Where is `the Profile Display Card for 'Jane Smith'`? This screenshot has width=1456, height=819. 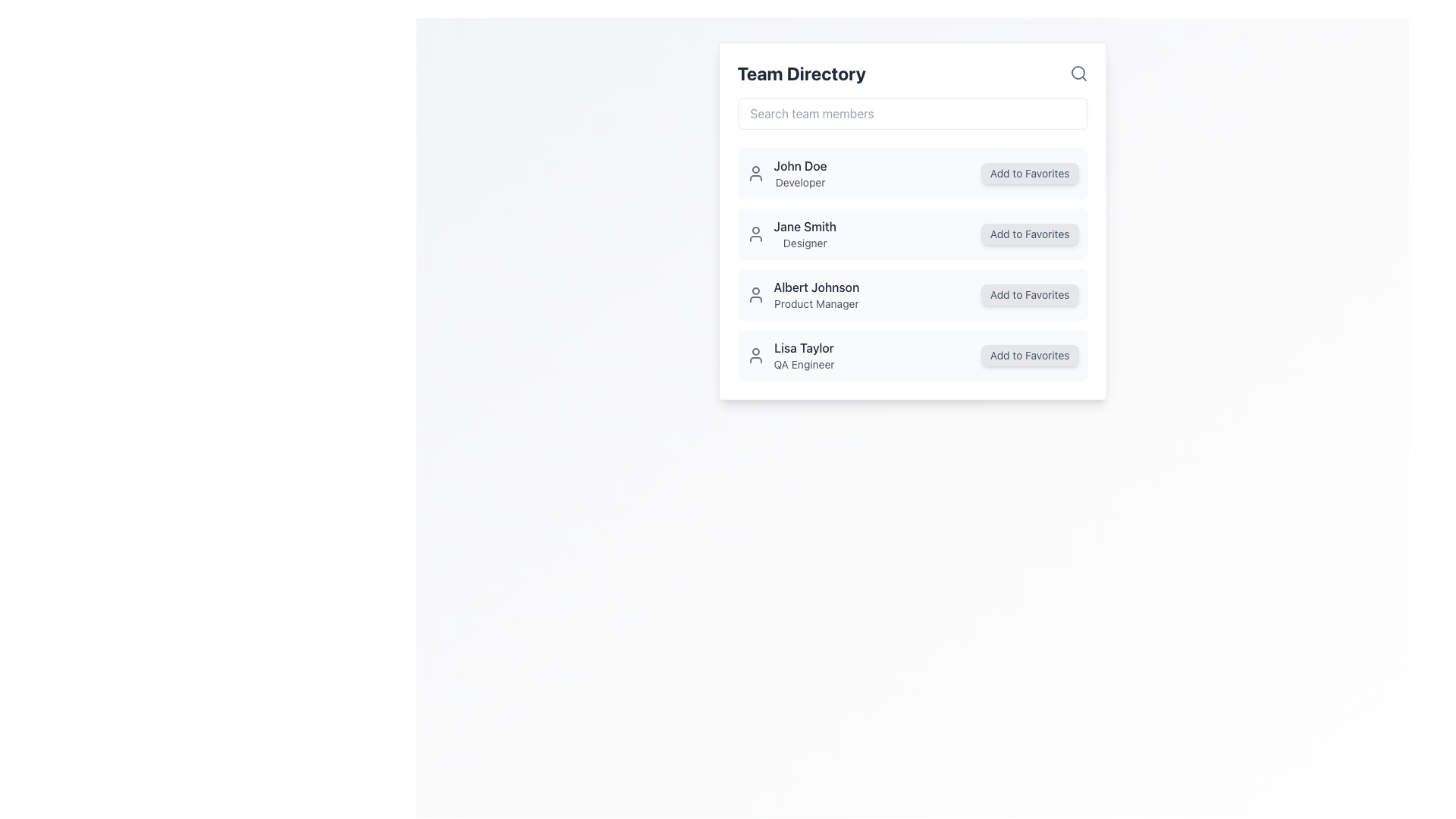
the Profile Display Card for 'Jane Smith' is located at coordinates (912, 221).